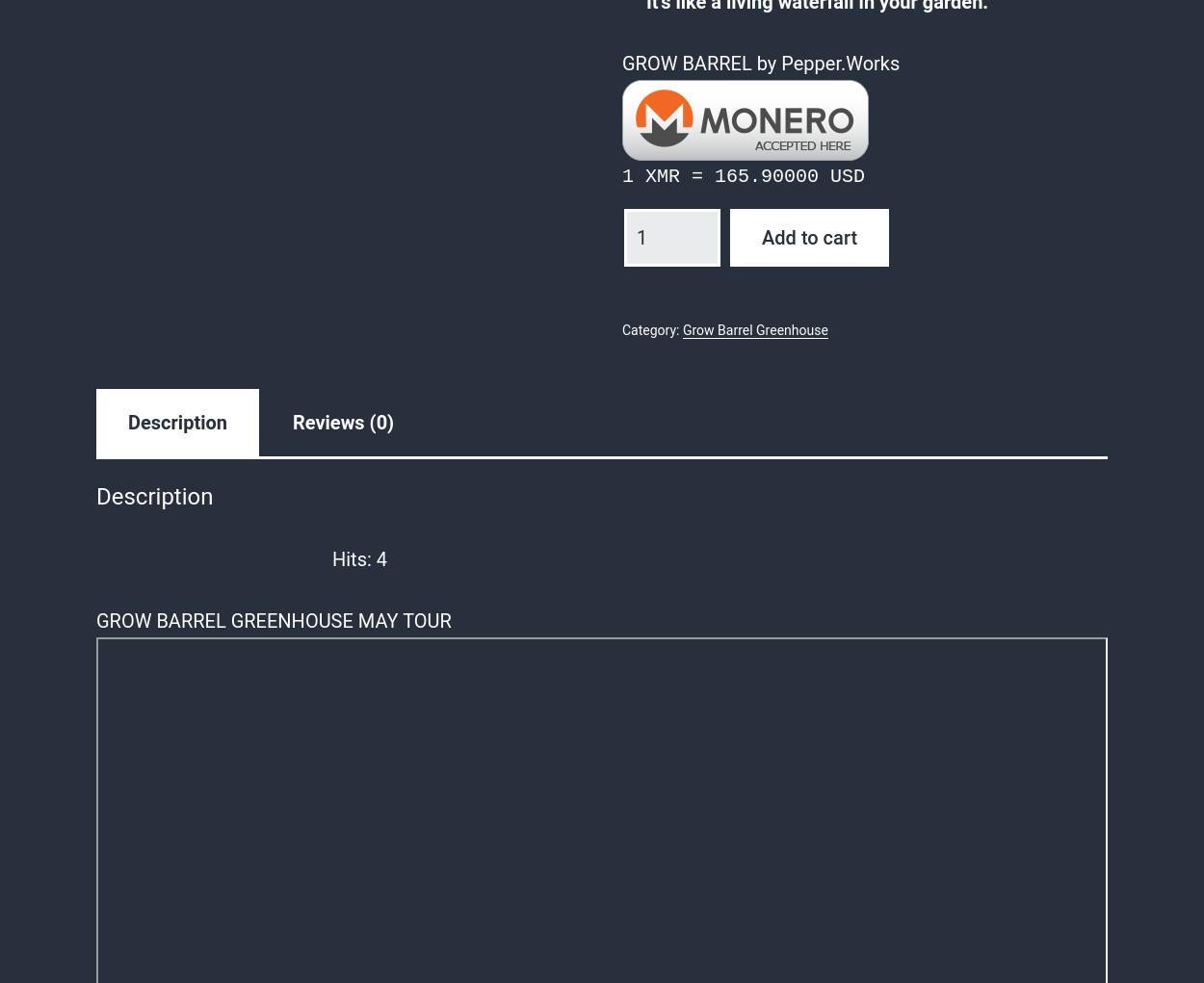 The height and width of the screenshot is (983, 1204). Describe the element at coordinates (274, 619) in the screenshot. I see `'GROW BARREL GREENHOUSE MAY TOUR'` at that location.